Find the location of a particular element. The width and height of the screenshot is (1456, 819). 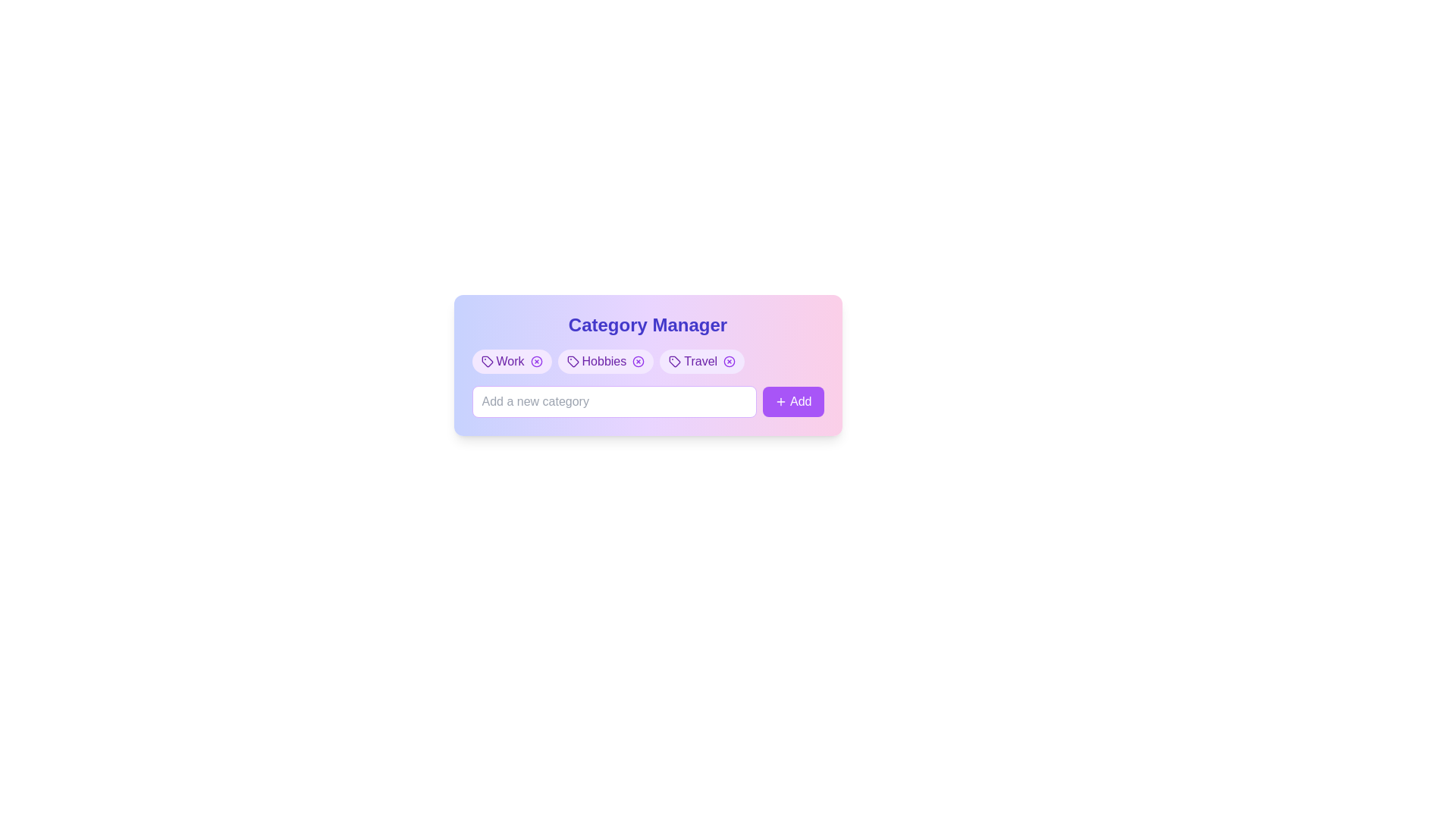

the visual representation of the SVG Circle that serves as a graphical boundary for the 'Hobbies' tag, located at the center-right area of the tag is located at coordinates (639, 362).